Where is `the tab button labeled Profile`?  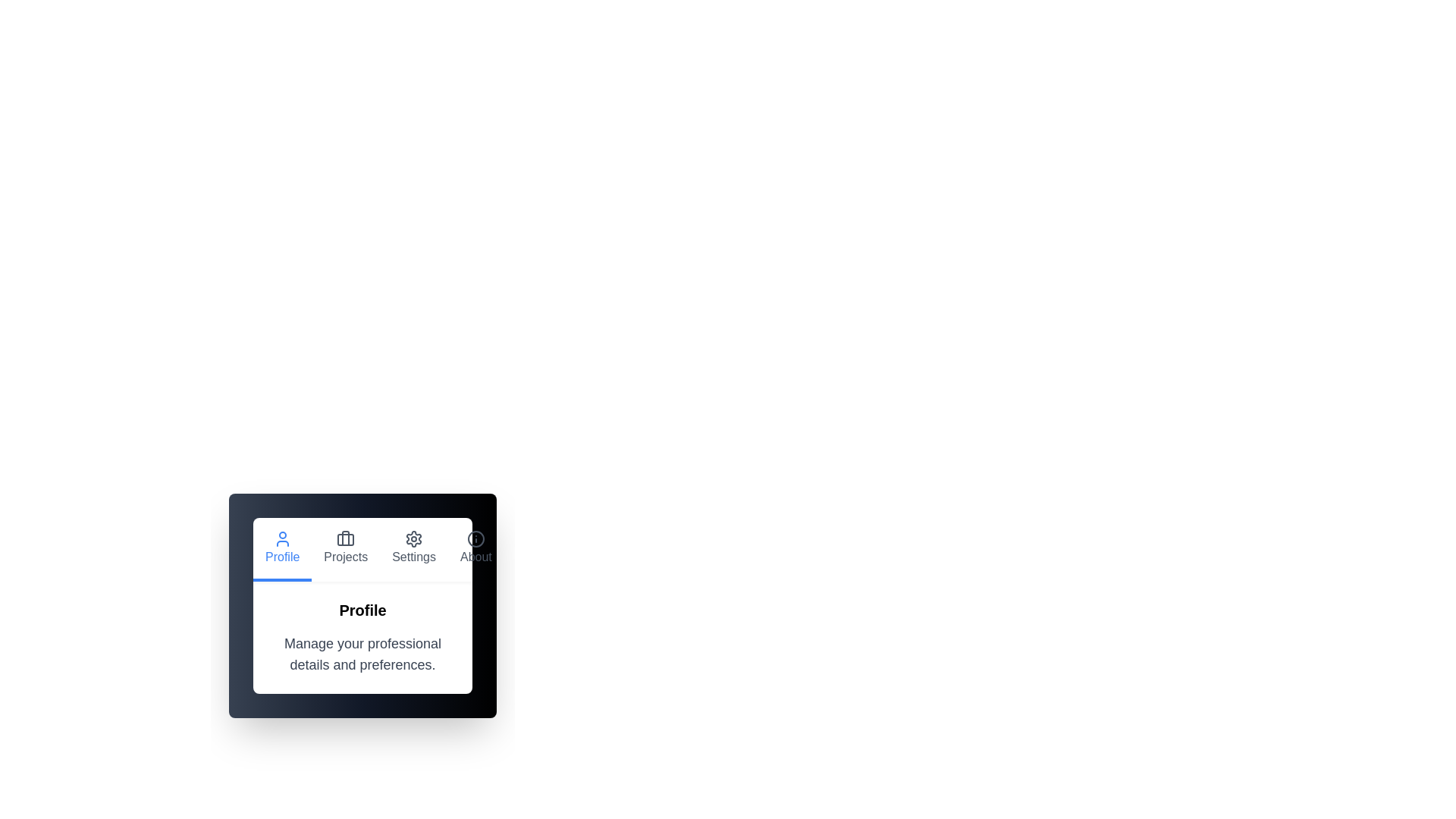 the tab button labeled Profile is located at coordinates (282, 550).